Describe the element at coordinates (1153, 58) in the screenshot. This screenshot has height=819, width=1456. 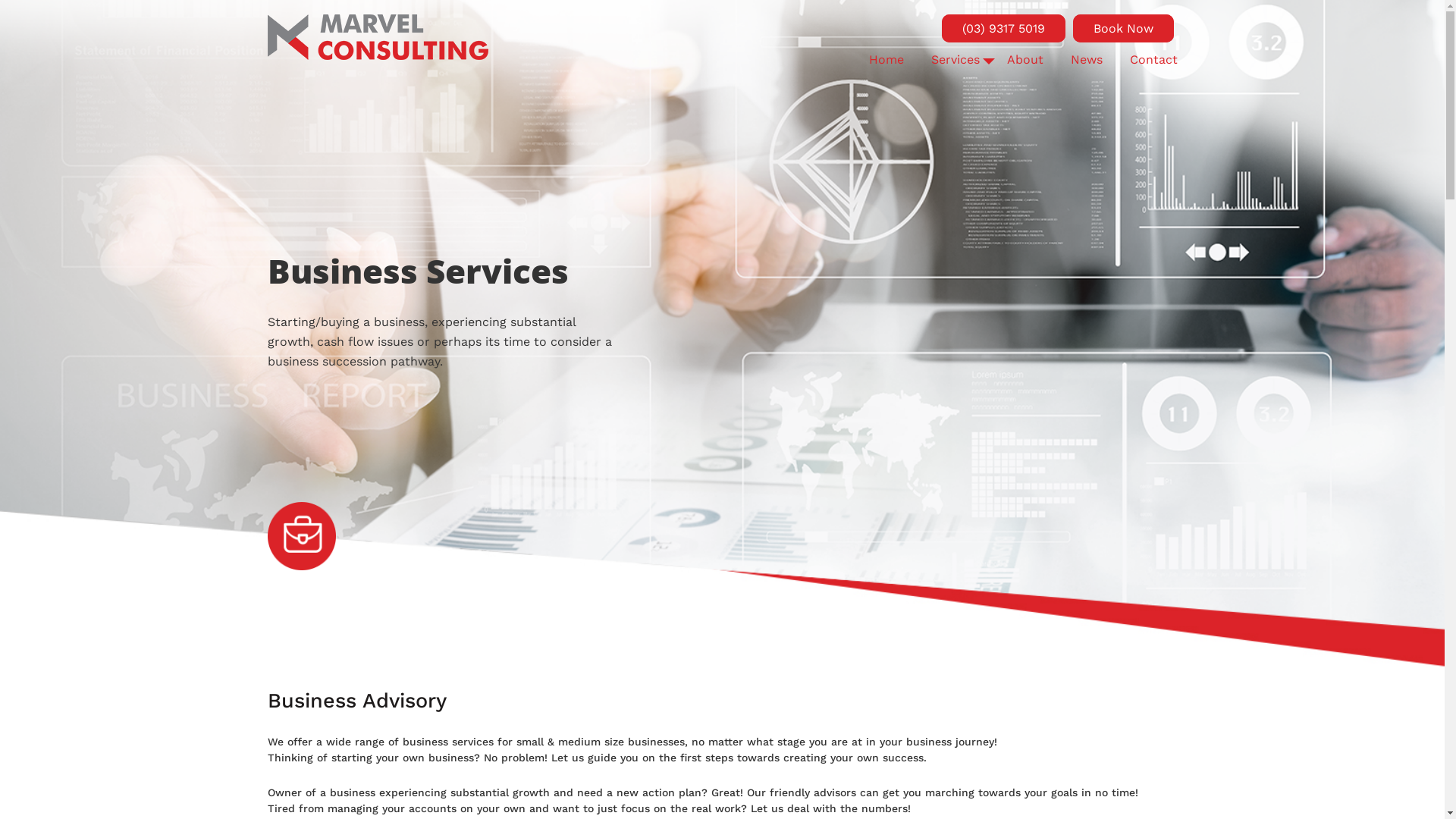
I see `'Contact'` at that location.